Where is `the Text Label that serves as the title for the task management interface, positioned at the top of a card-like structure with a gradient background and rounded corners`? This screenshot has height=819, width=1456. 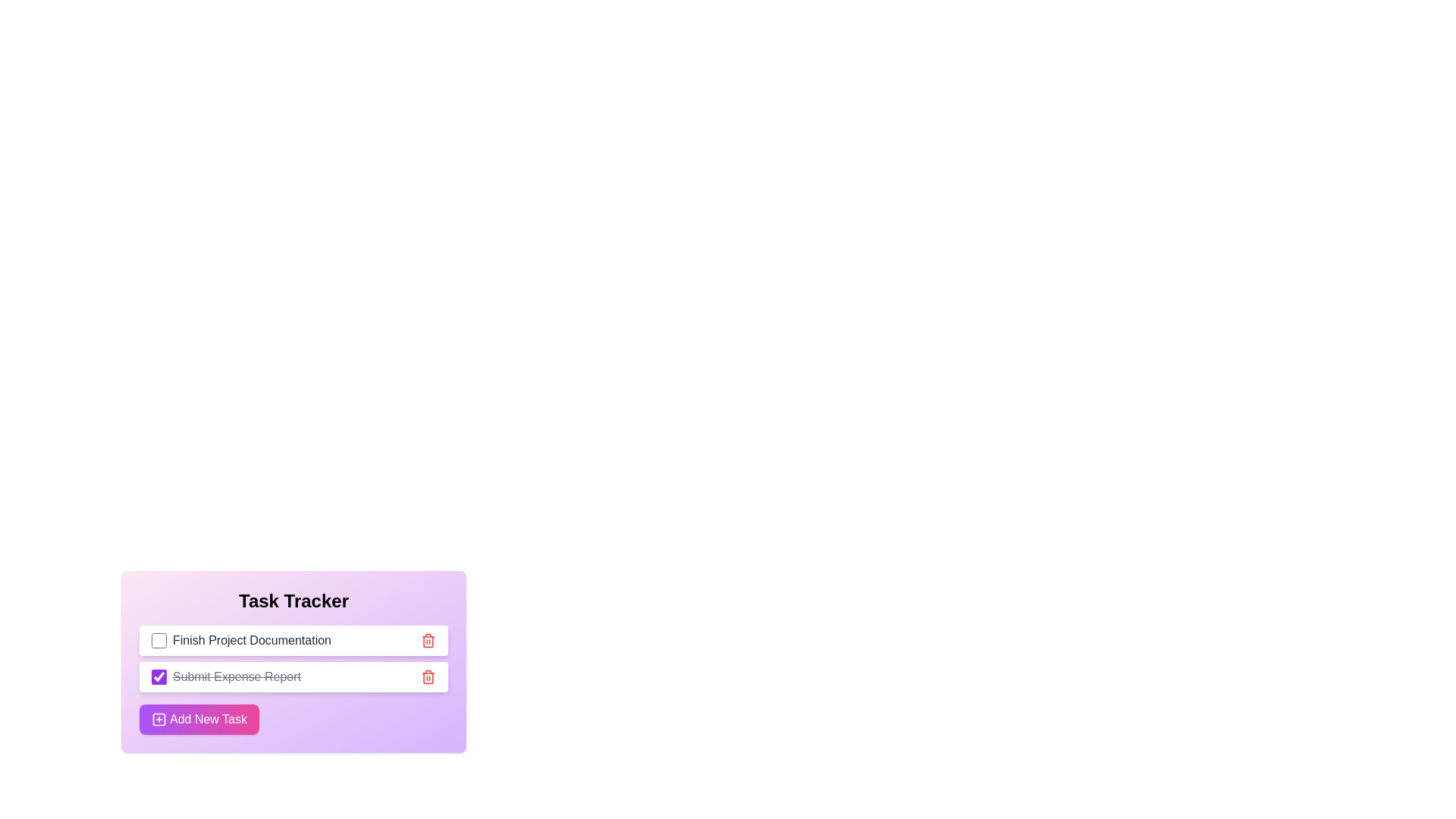
the Text Label that serves as the title for the task management interface, positioned at the top of a card-like structure with a gradient background and rounded corners is located at coordinates (293, 601).